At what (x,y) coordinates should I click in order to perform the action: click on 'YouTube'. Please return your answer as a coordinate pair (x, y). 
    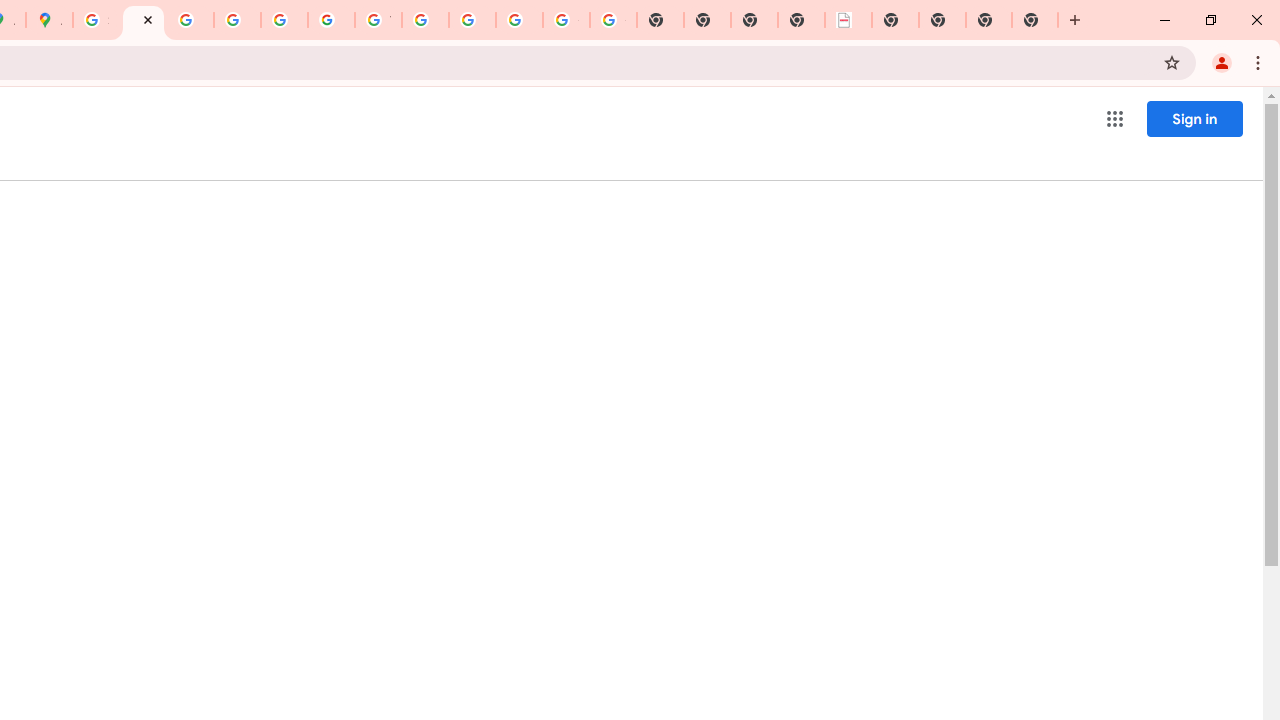
    Looking at the image, I should click on (378, 20).